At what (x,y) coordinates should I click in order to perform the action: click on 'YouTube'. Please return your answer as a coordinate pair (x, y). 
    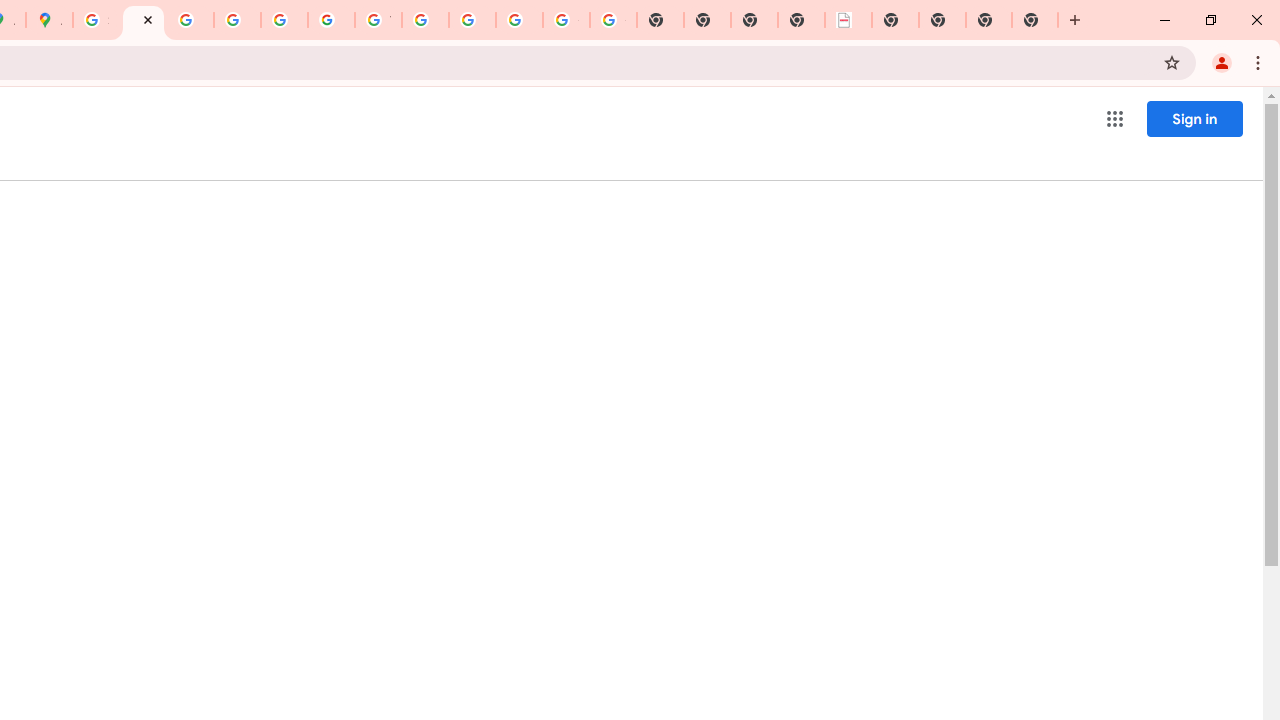
    Looking at the image, I should click on (378, 20).